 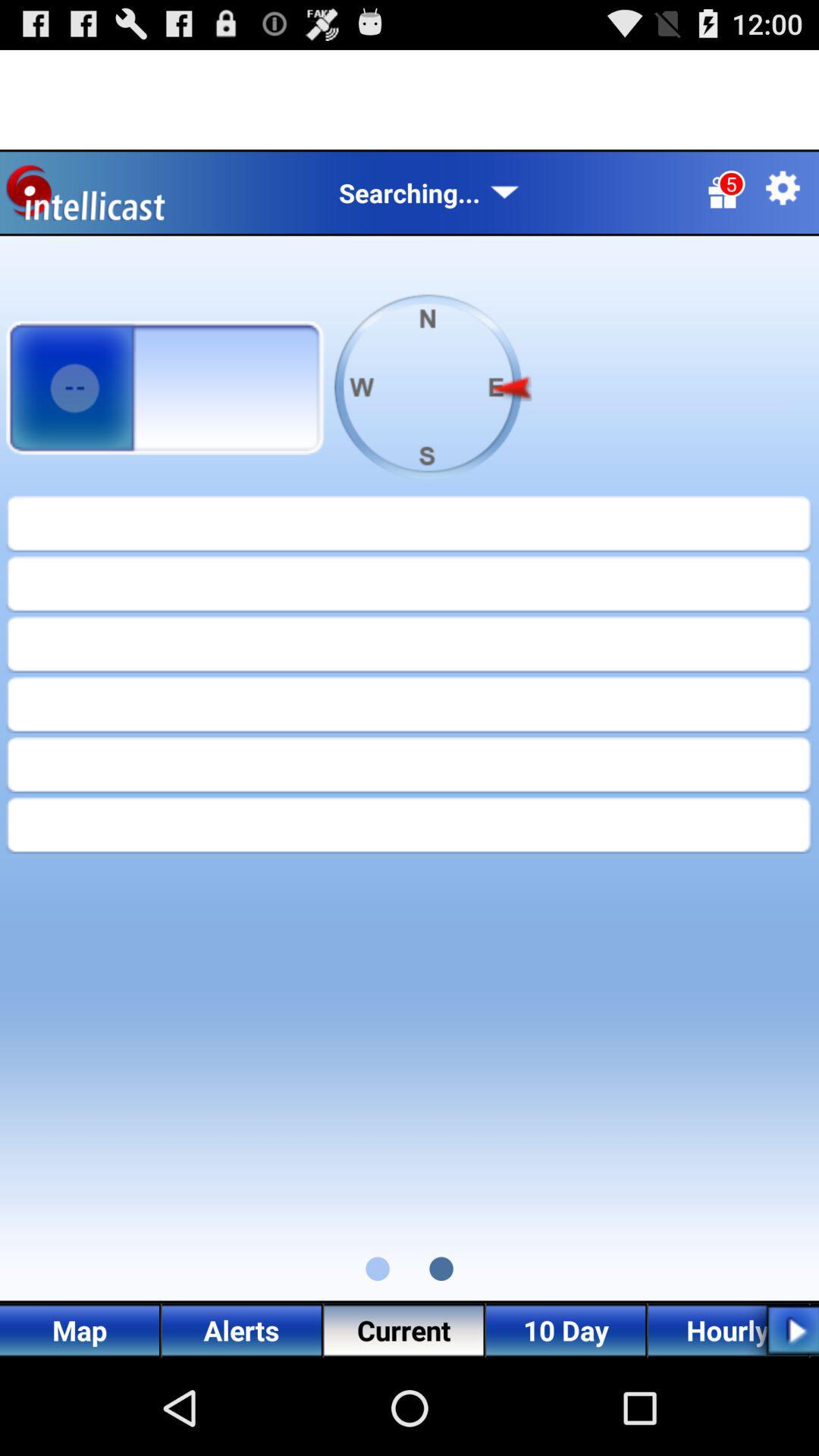 What do you see at coordinates (783, 200) in the screenshot?
I see `the settings icon` at bounding box center [783, 200].